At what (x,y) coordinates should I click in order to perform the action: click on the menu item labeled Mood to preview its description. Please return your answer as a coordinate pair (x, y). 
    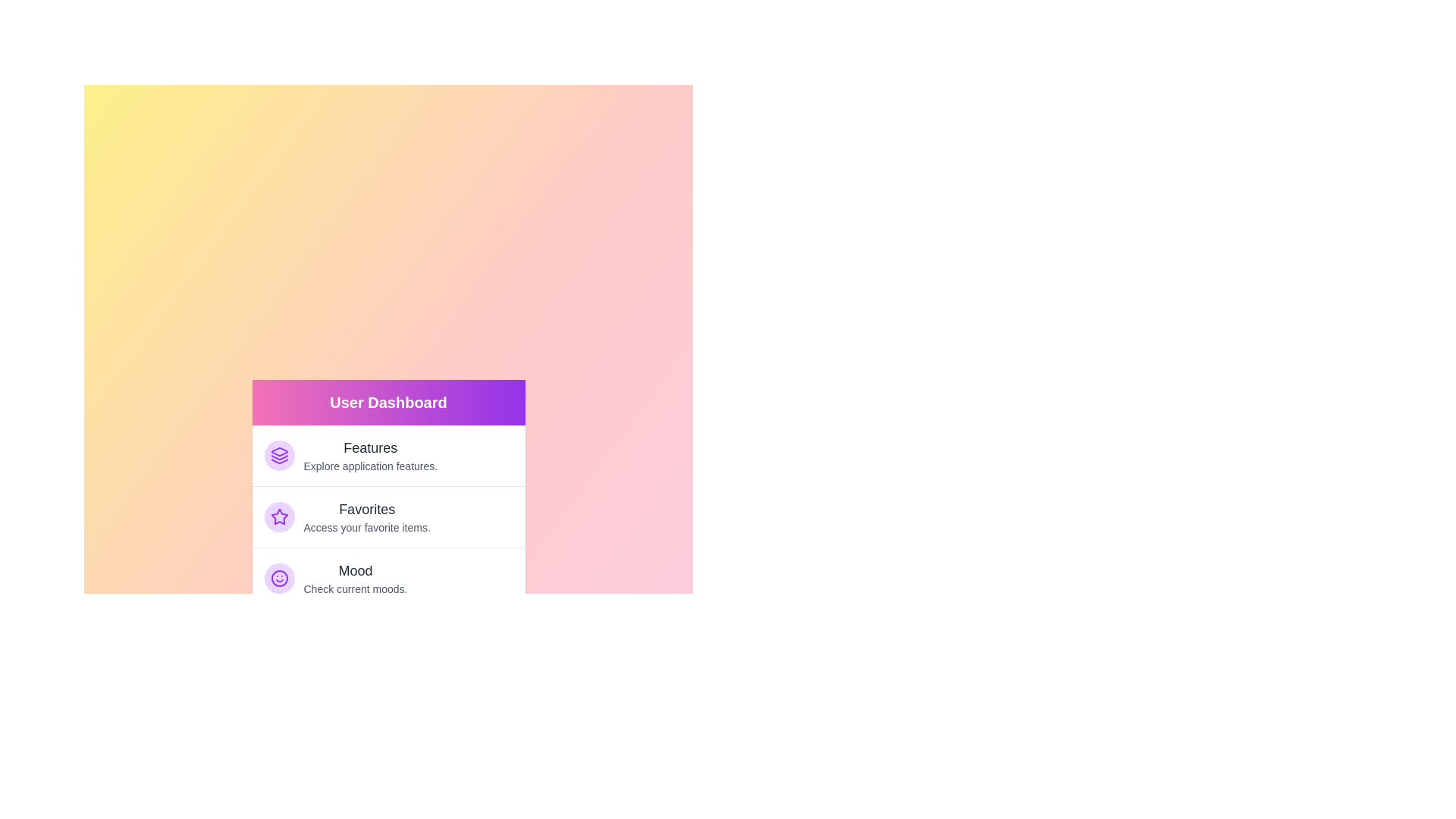
    Looking at the image, I should click on (388, 578).